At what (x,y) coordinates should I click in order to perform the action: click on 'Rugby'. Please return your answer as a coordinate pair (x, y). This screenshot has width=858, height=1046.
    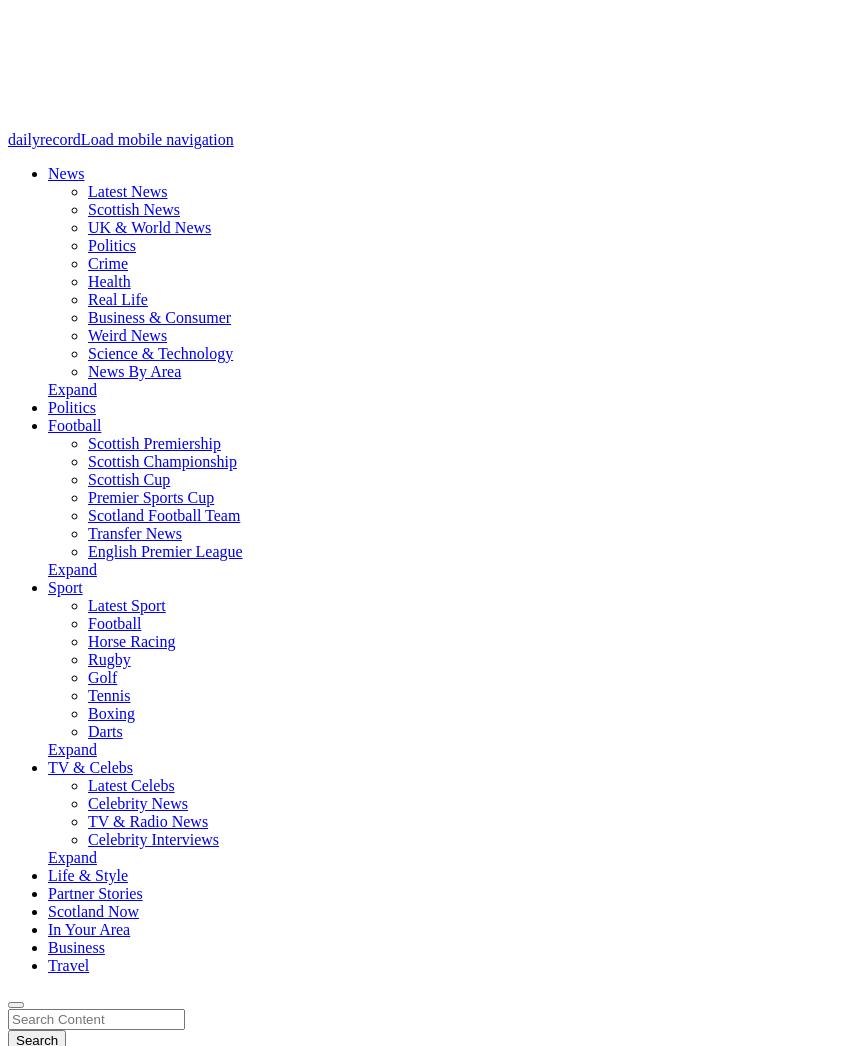
    Looking at the image, I should click on (108, 658).